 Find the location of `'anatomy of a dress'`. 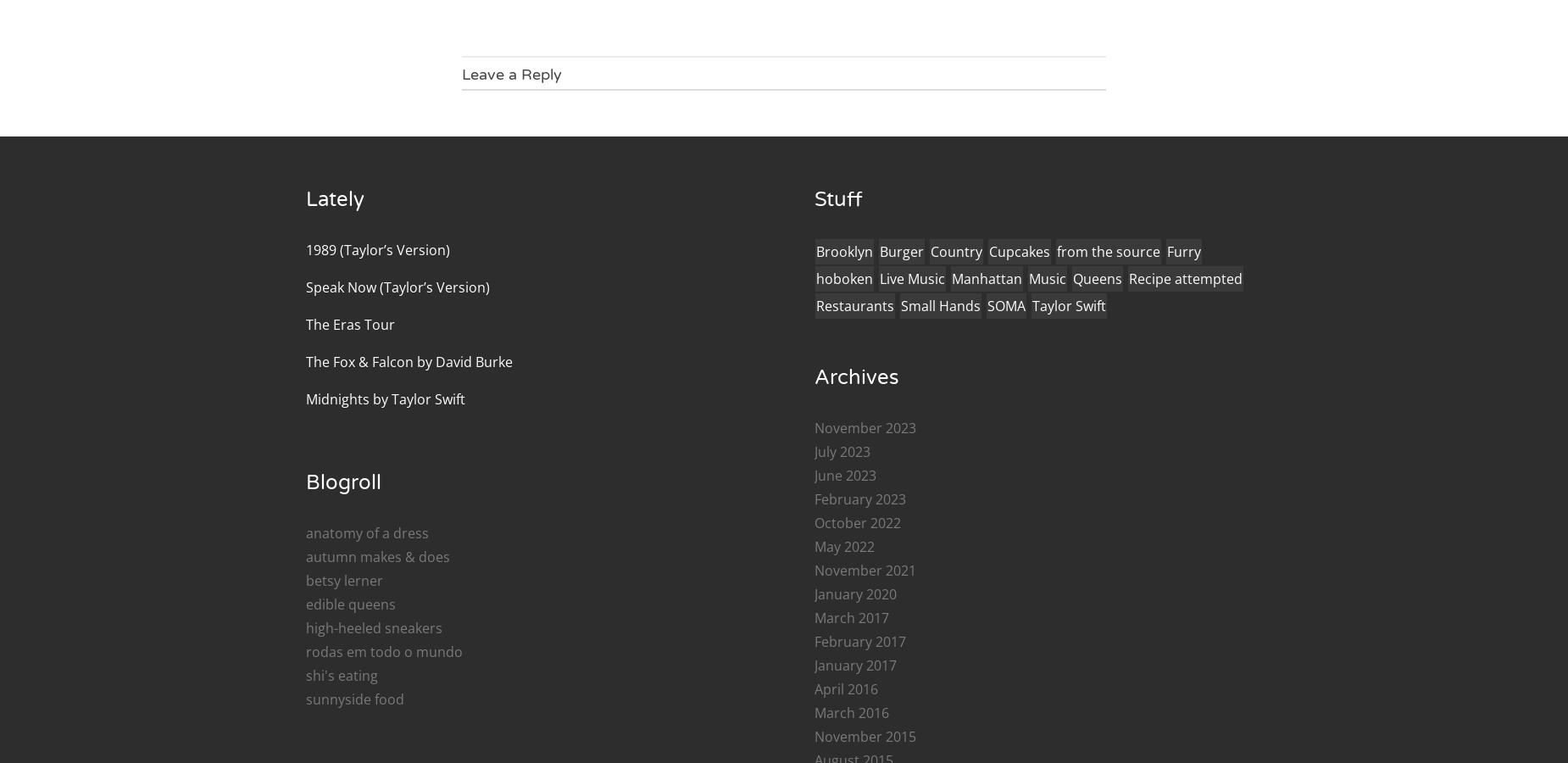

'anatomy of a dress' is located at coordinates (366, 532).